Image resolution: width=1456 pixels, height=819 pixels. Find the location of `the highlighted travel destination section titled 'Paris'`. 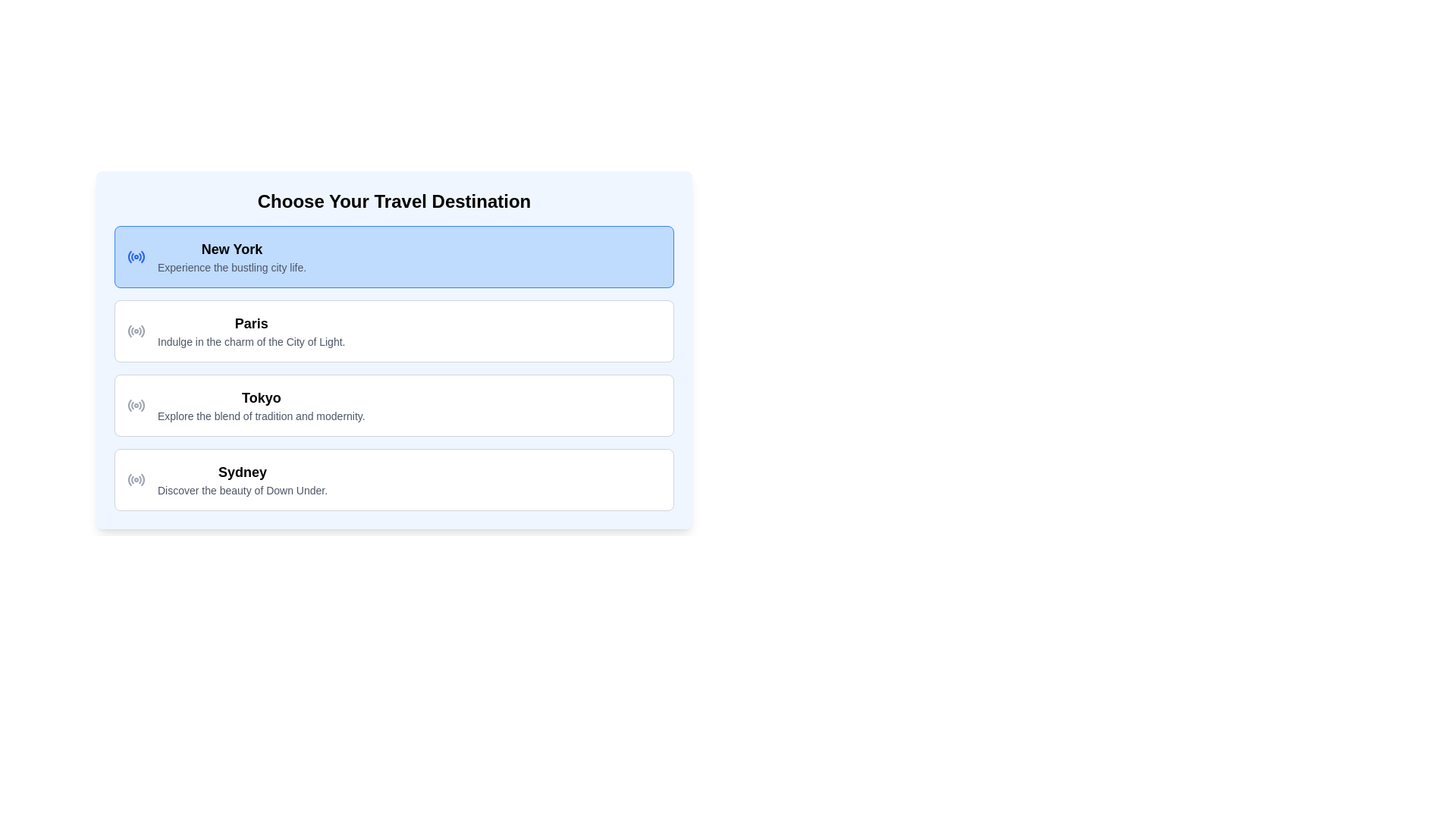

the highlighted travel destination section titled 'Paris' is located at coordinates (394, 344).